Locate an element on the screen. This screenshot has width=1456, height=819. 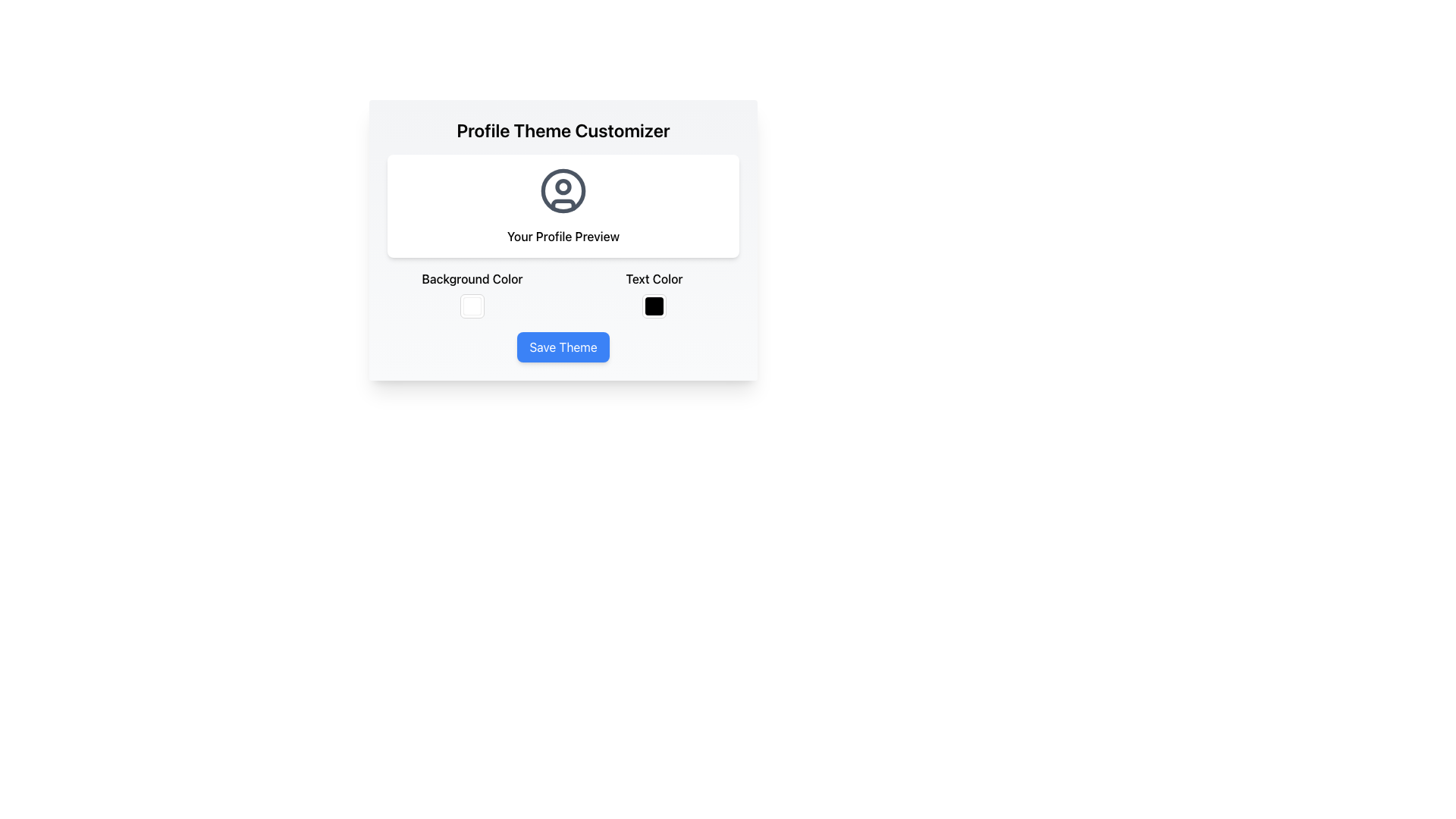
the torso representation in the user profile icon located at the lower portion of the circle, below the head element is located at coordinates (563, 205).